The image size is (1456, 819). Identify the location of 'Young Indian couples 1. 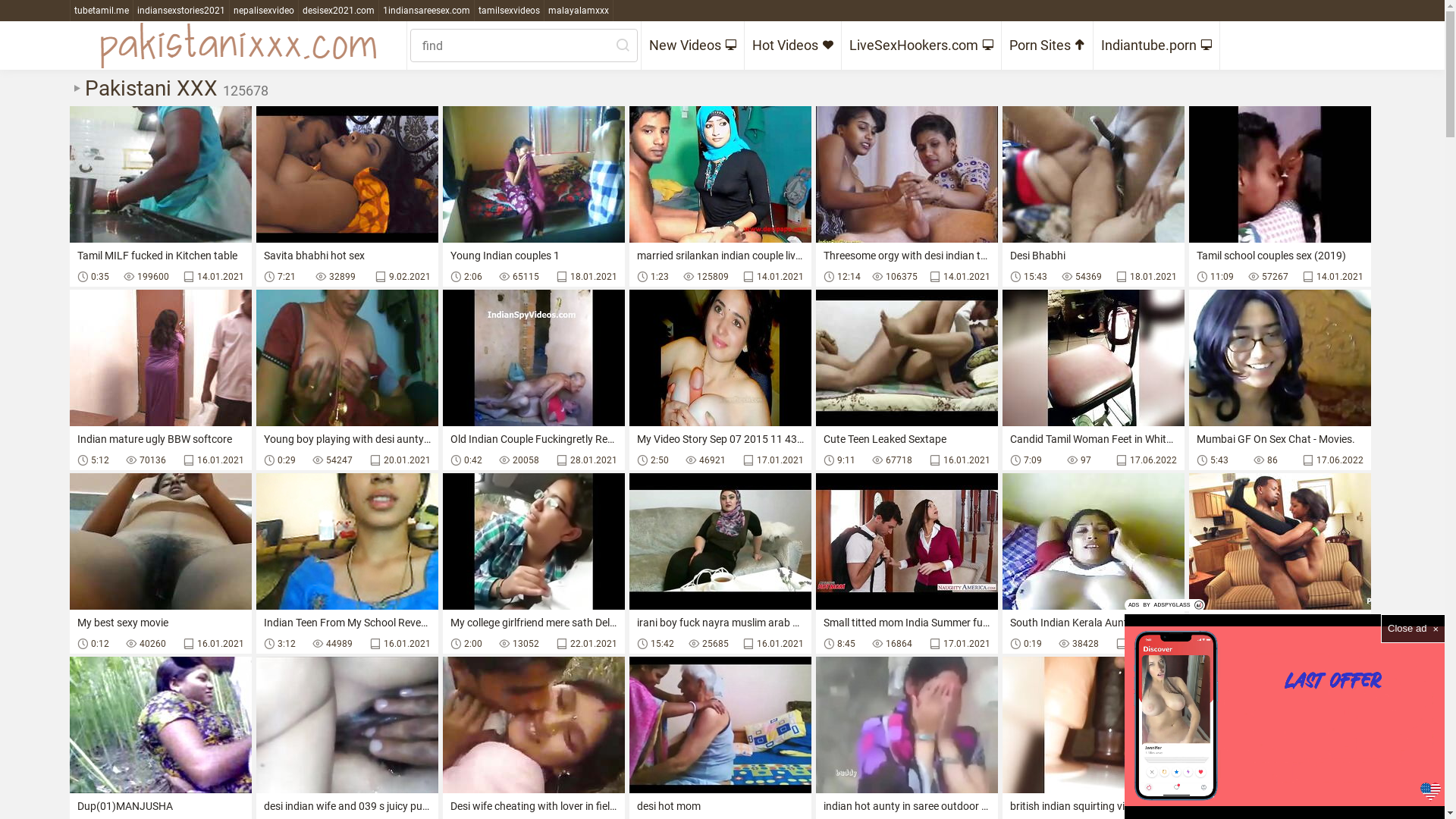
(534, 195).